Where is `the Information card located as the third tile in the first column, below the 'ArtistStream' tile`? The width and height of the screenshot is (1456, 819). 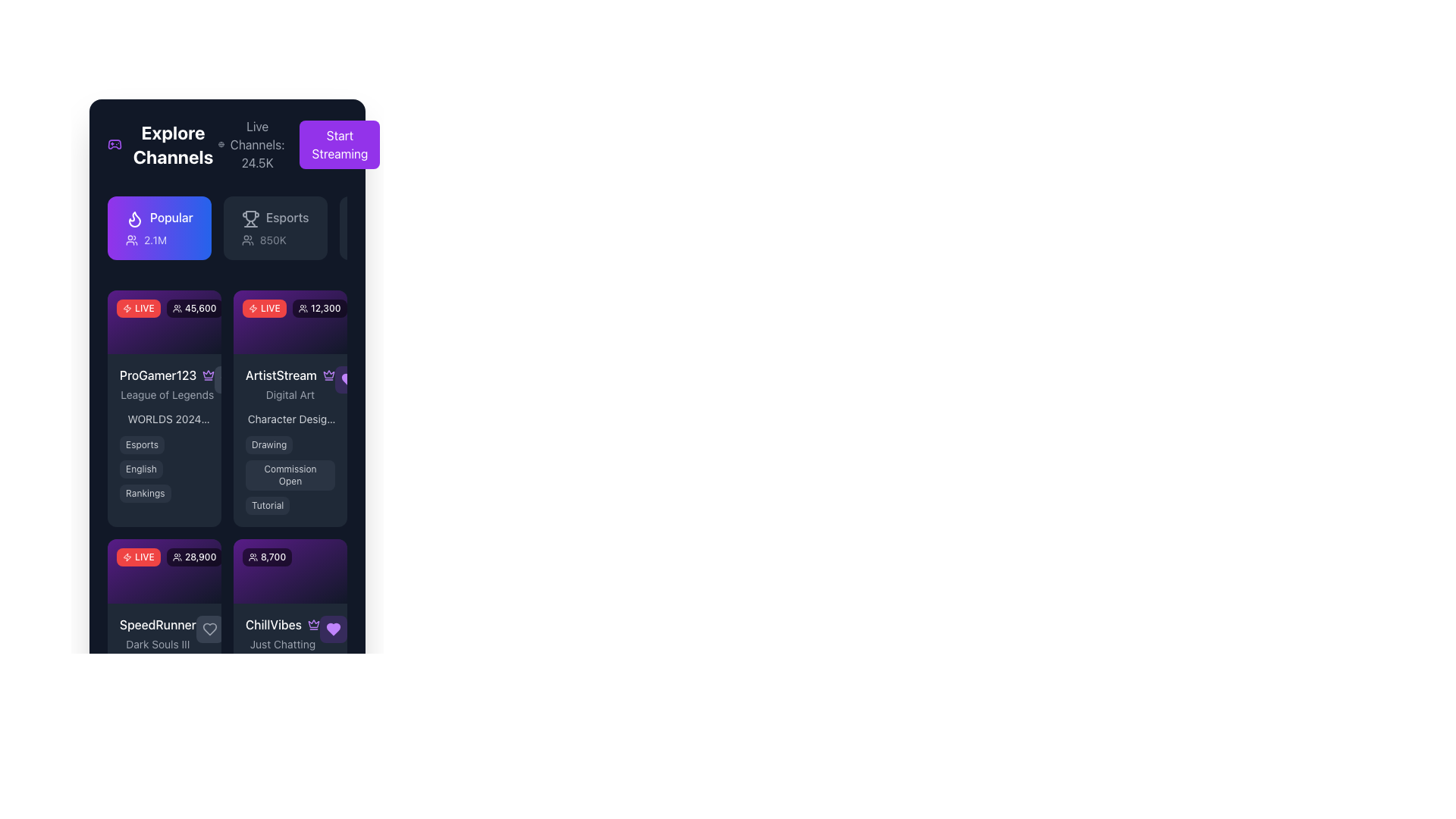
the Information card located as the third tile in the first column, below the 'ArtistStream' tile is located at coordinates (164, 683).